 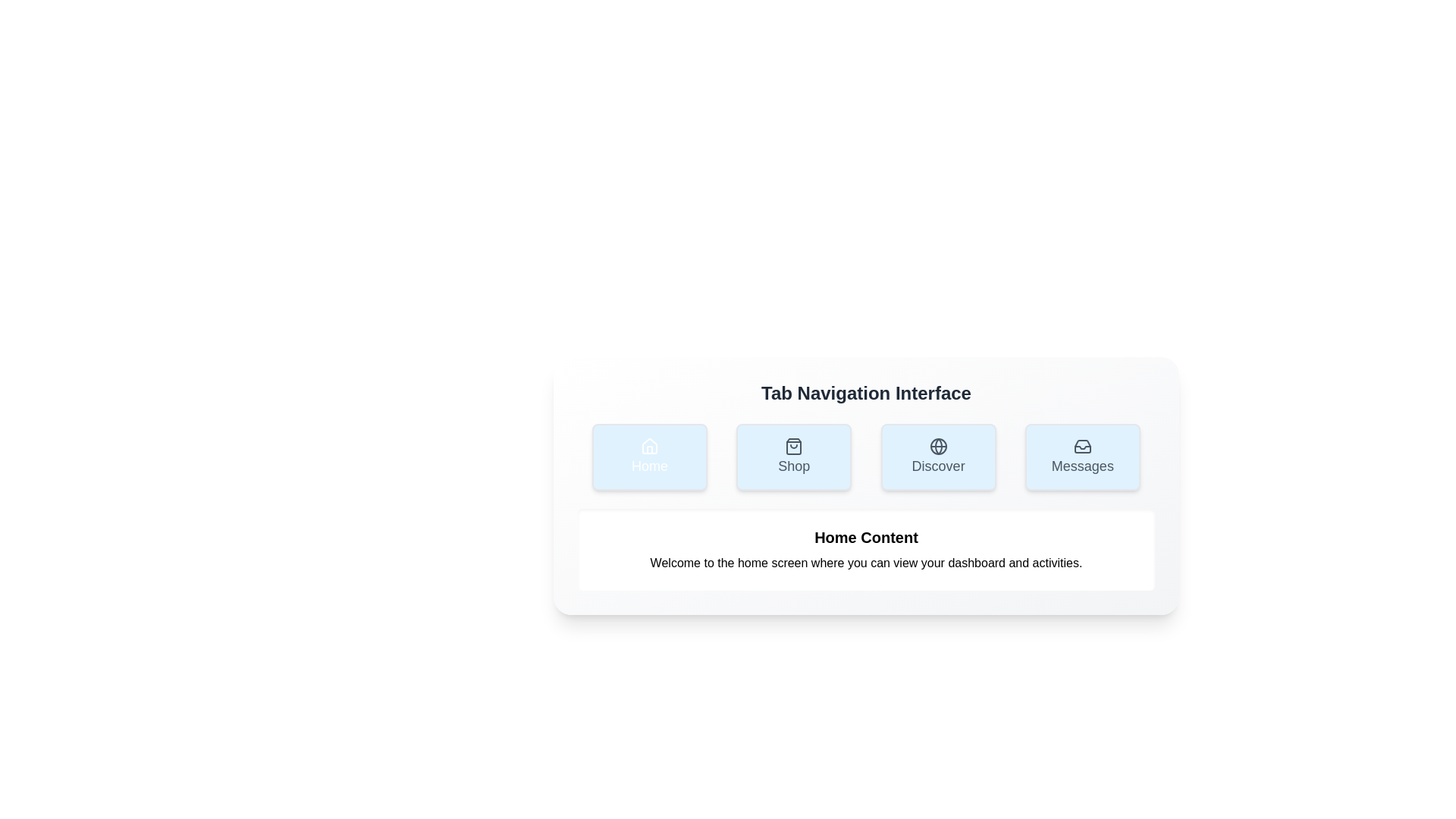 I want to click on the 'Shop' text label, so click(x=793, y=465).